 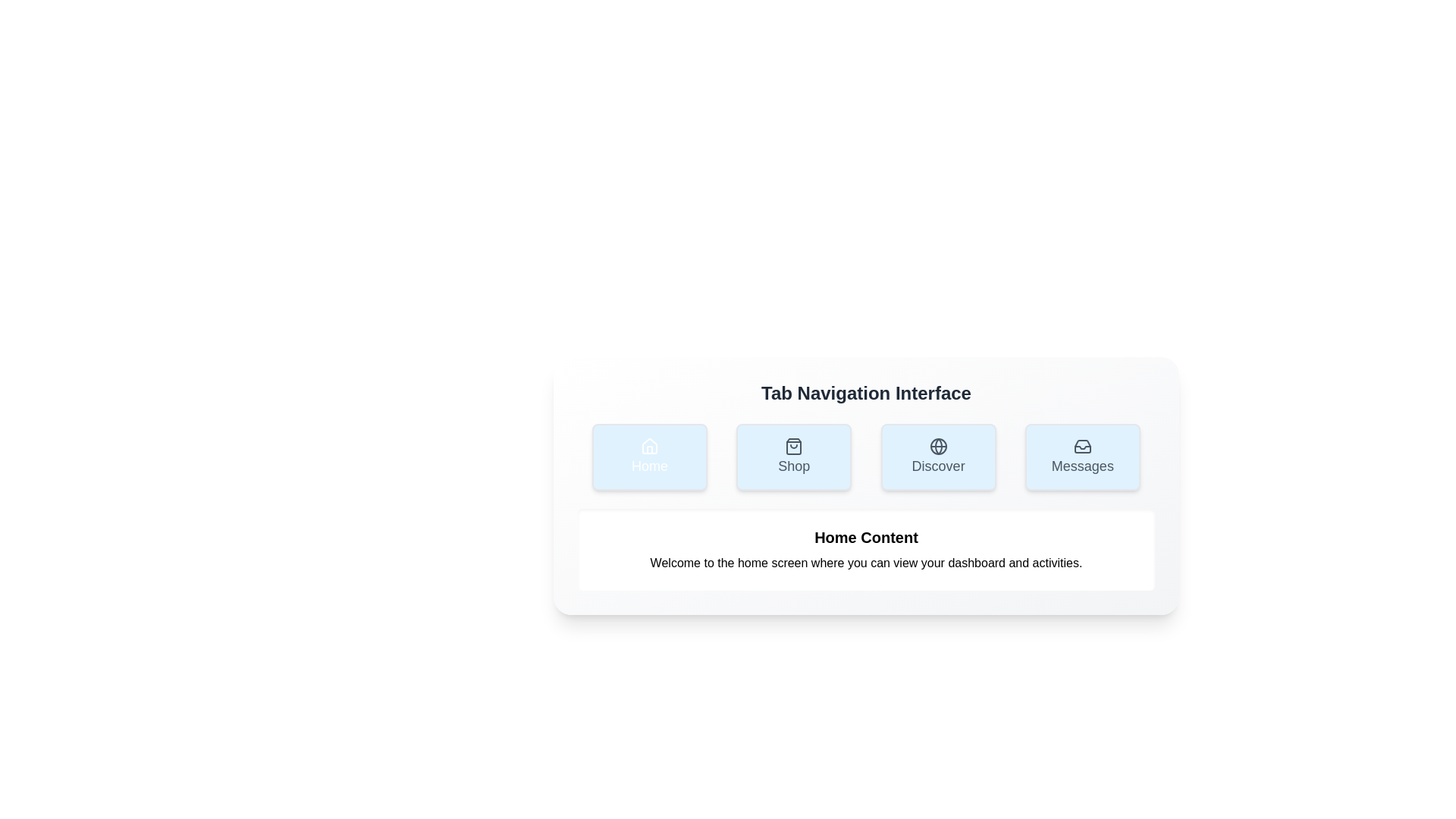 I want to click on the 'Shop' text label, so click(x=793, y=465).